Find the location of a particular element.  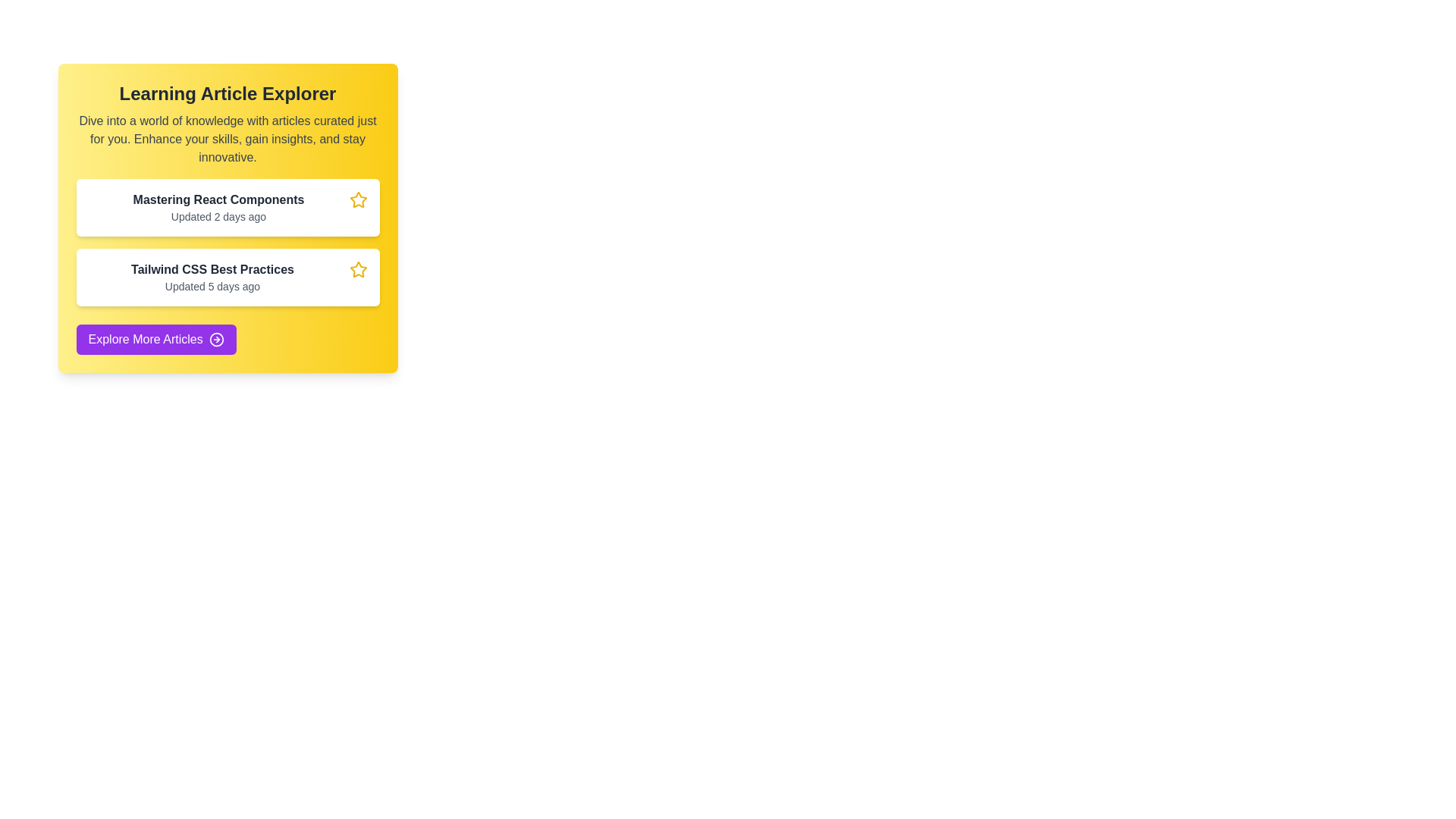

the static text label that reads 'Updated 5 days ago', which is positioned below the title 'Tailwind CSS Best Practices' in a subtle gray font is located at coordinates (212, 287).